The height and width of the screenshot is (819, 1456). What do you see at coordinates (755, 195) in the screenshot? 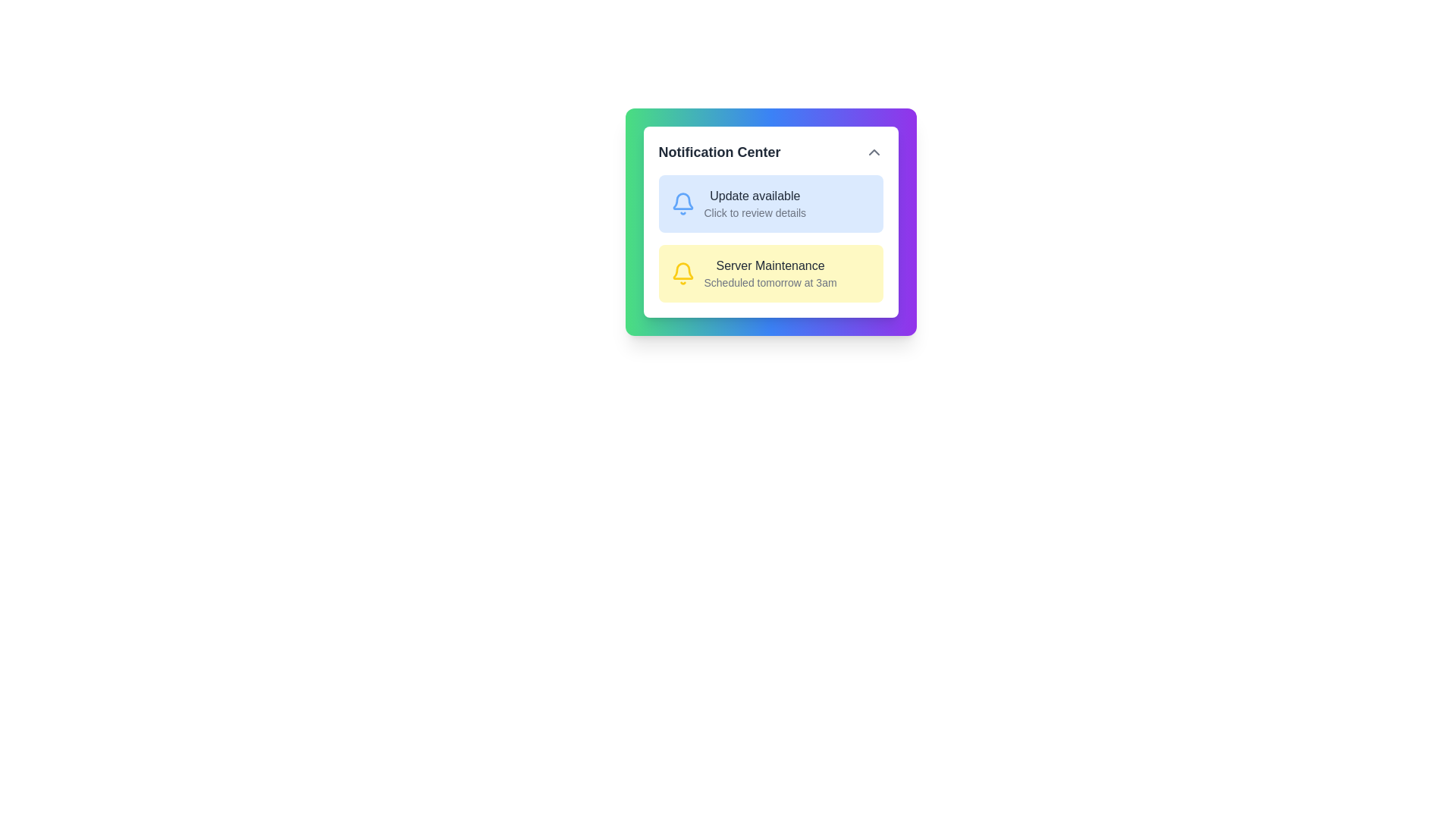
I see `the static text label that indicates an available update in the notification system, located at the top center of the Notification Center UI` at bounding box center [755, 195].